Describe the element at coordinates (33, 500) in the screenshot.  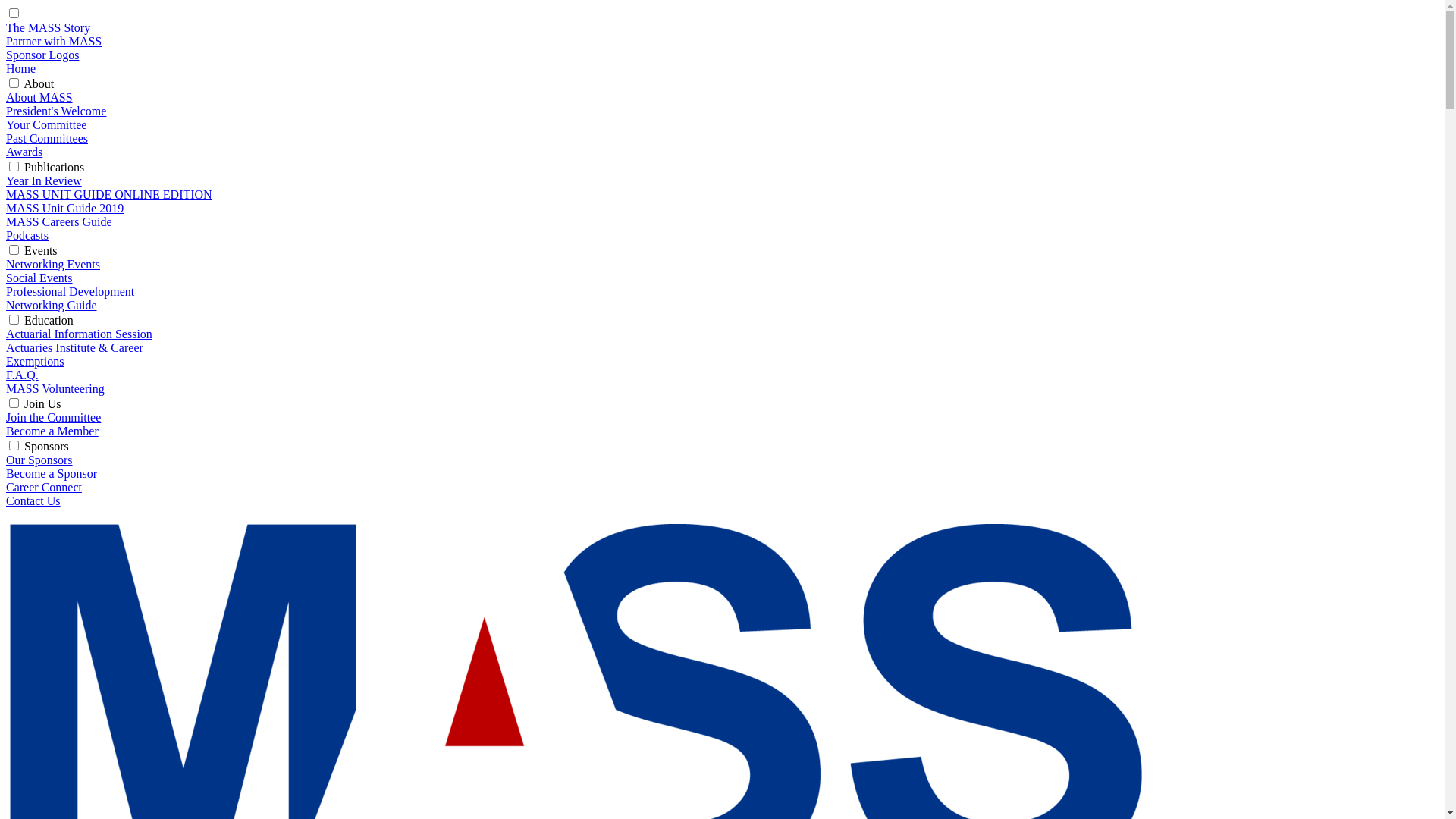
I see `'Contact Us'` at that location.